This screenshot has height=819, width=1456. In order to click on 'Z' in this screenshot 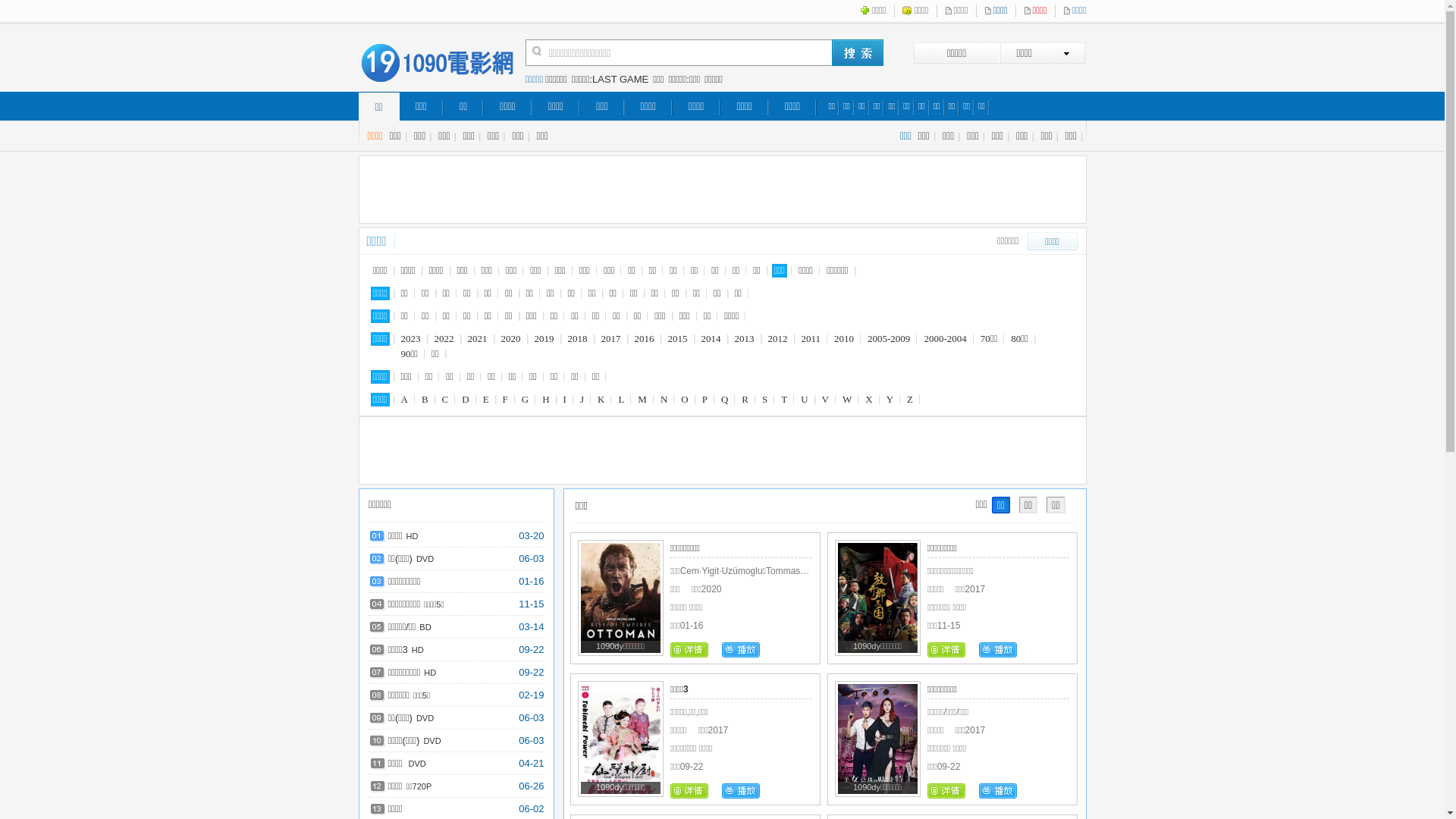, I will do `click(910, 399)`.